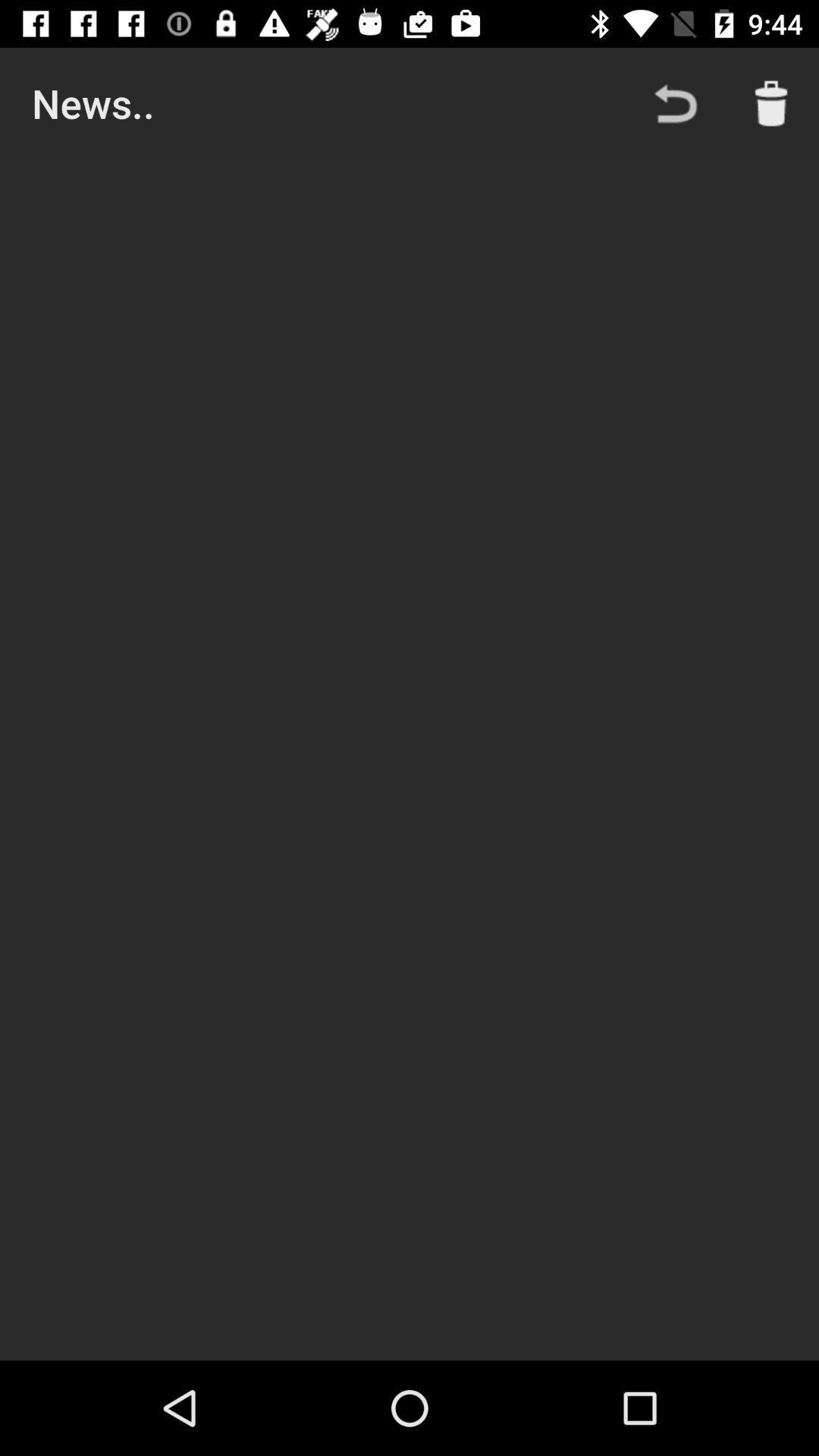 The width and height of the screenshot is (819, 1456). Describe the element at coordinates (409, 760) in the screenshot. I see `icon at the center` at that location.